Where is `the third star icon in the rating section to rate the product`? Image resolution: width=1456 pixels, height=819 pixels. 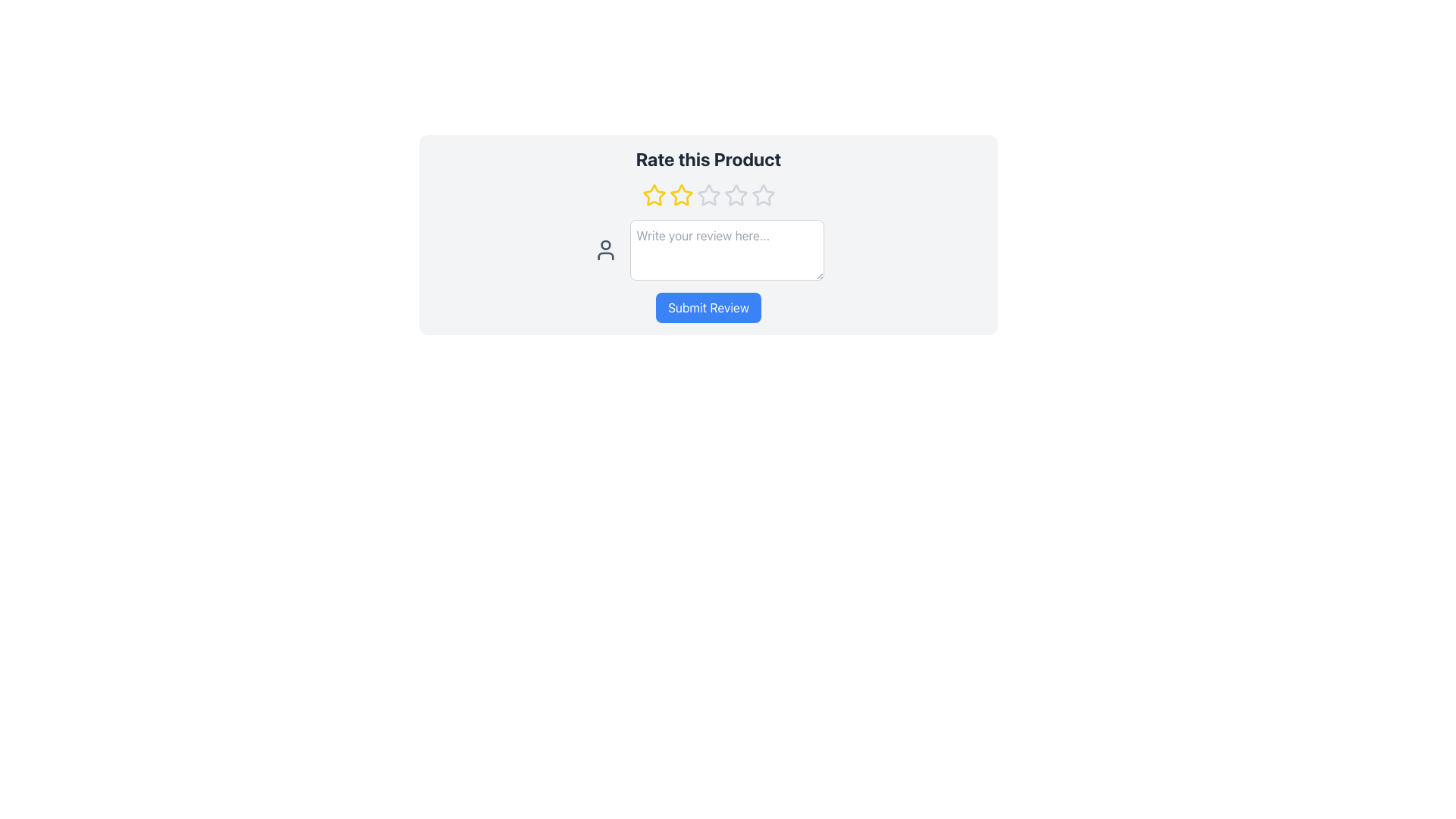
the third star icon in the rating section to rate the product is located at coordinates (708, 195).